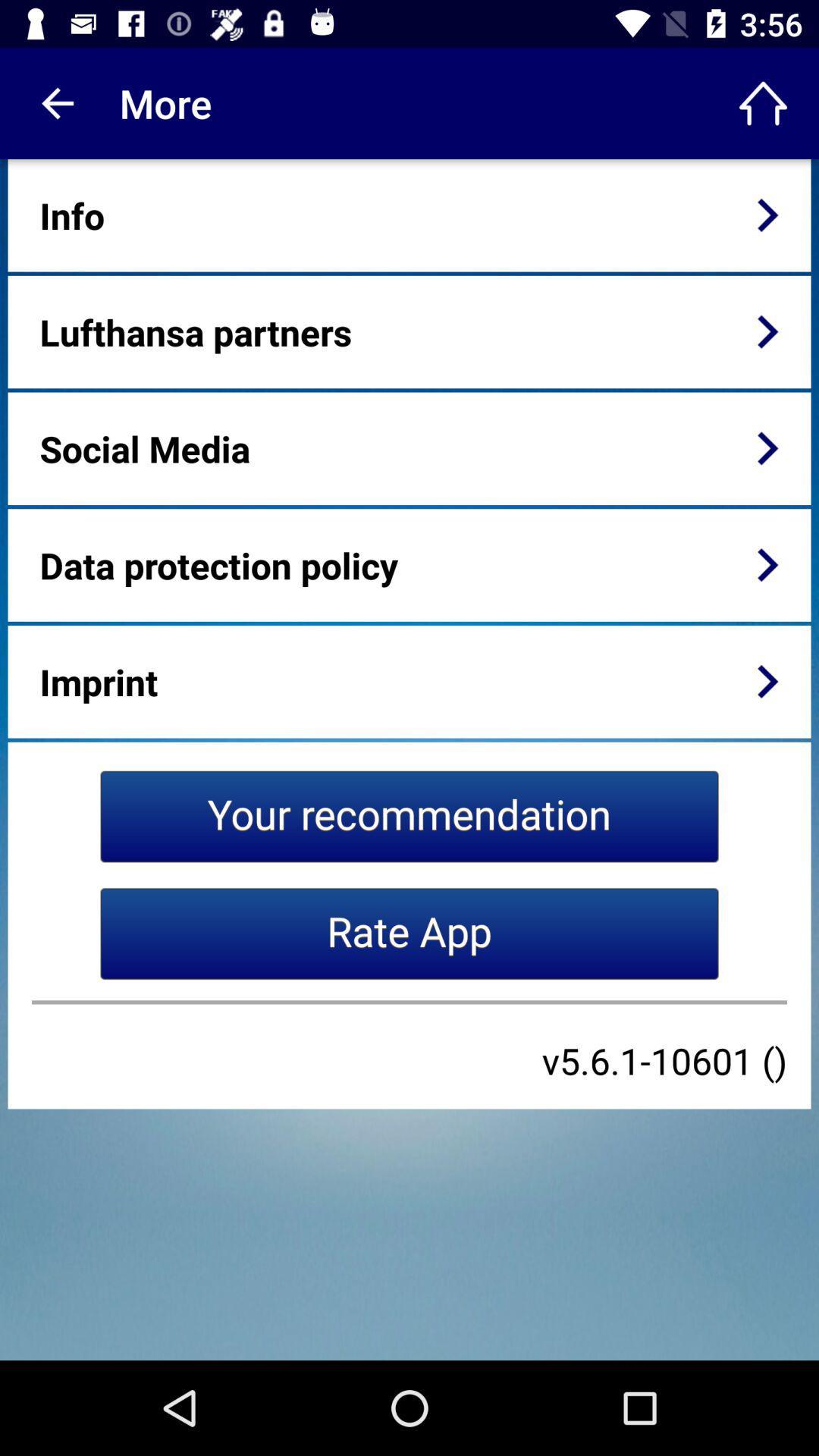  I want to click on item next to the more item, so click(55, 102).